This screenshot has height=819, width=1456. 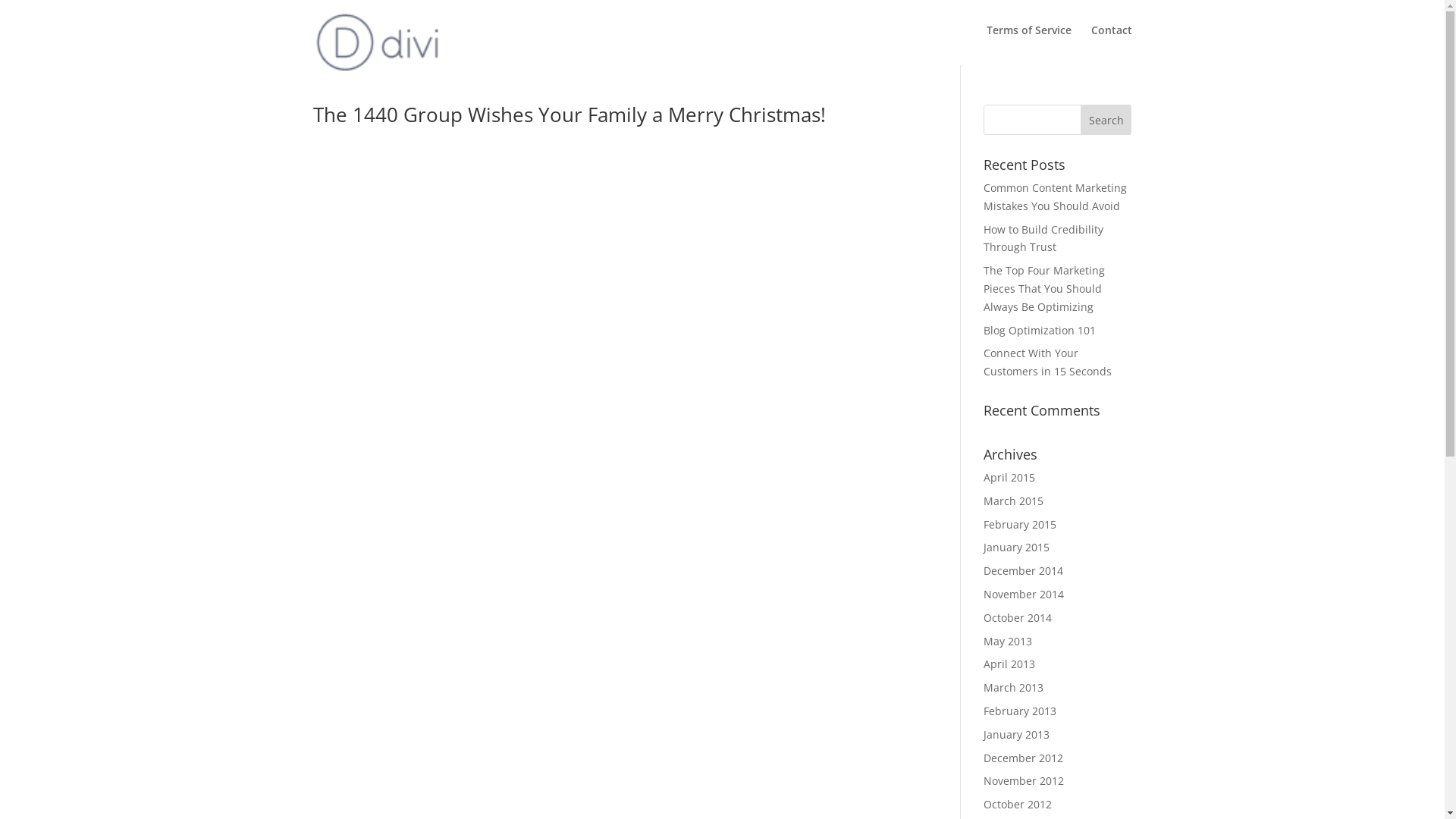 What do you see at coordinates (1106, 119) in the screenshot?
I see `'Search'` at bounding box center [1106, 119].